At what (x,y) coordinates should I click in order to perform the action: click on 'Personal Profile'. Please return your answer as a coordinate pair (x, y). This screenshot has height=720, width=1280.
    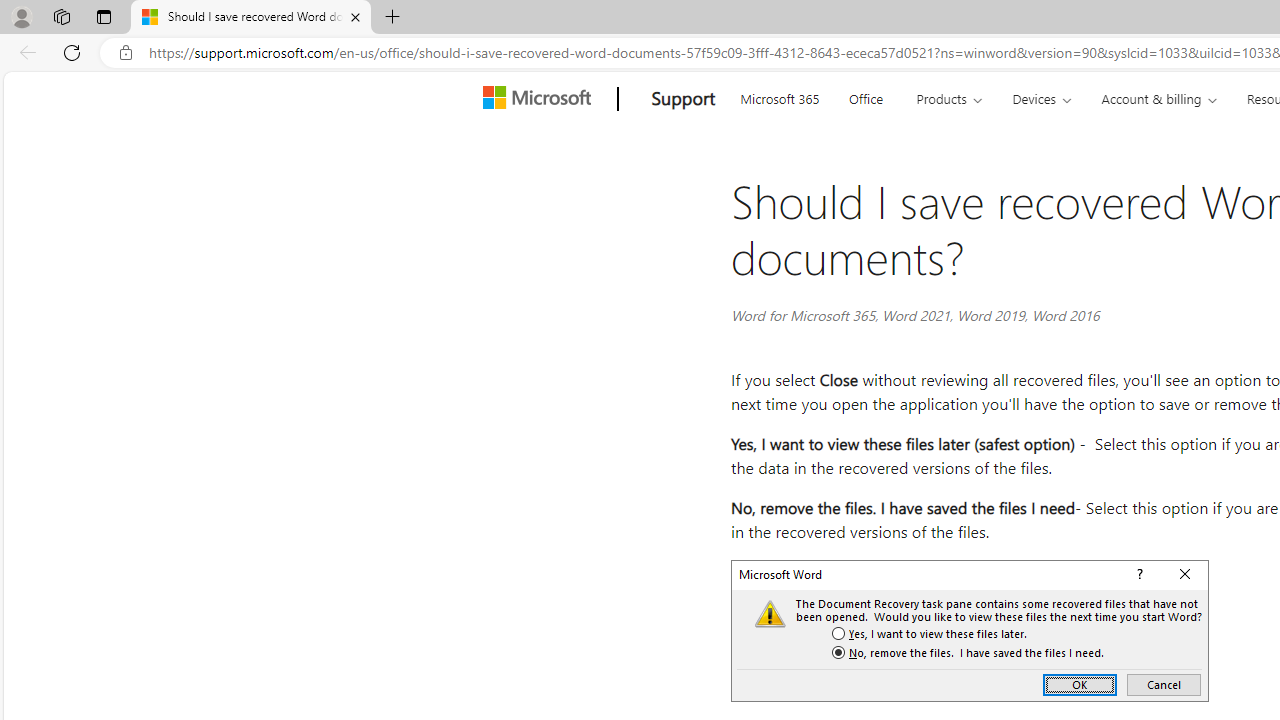
    Looking at the image, I should click on (21, 16).